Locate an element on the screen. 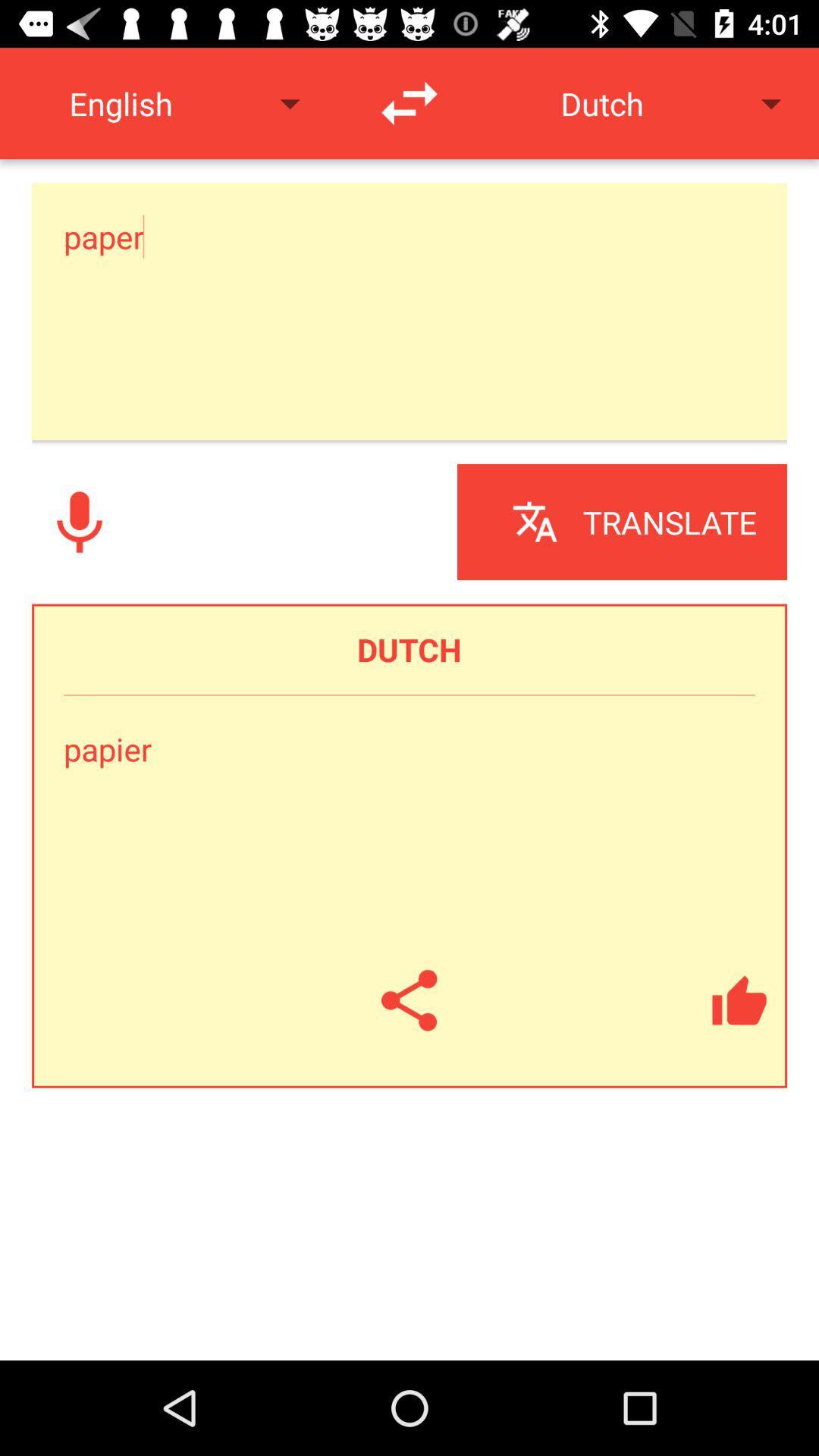 The image size is (819, 1456). the swap icon is located at coordinates (409, 102).